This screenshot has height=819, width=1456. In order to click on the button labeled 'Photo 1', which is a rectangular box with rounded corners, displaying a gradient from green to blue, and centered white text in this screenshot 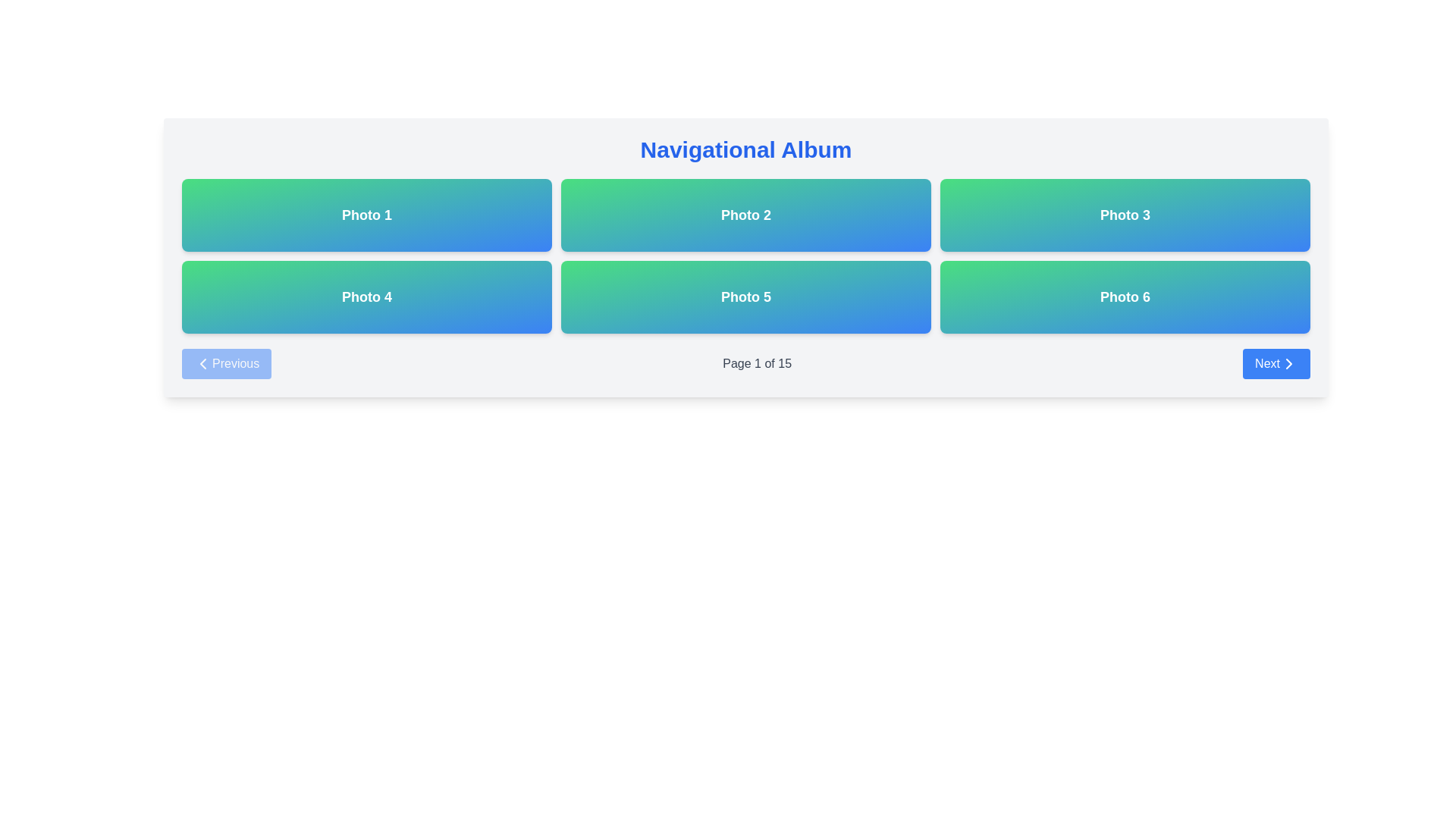, I will do `click(367, 215)`.